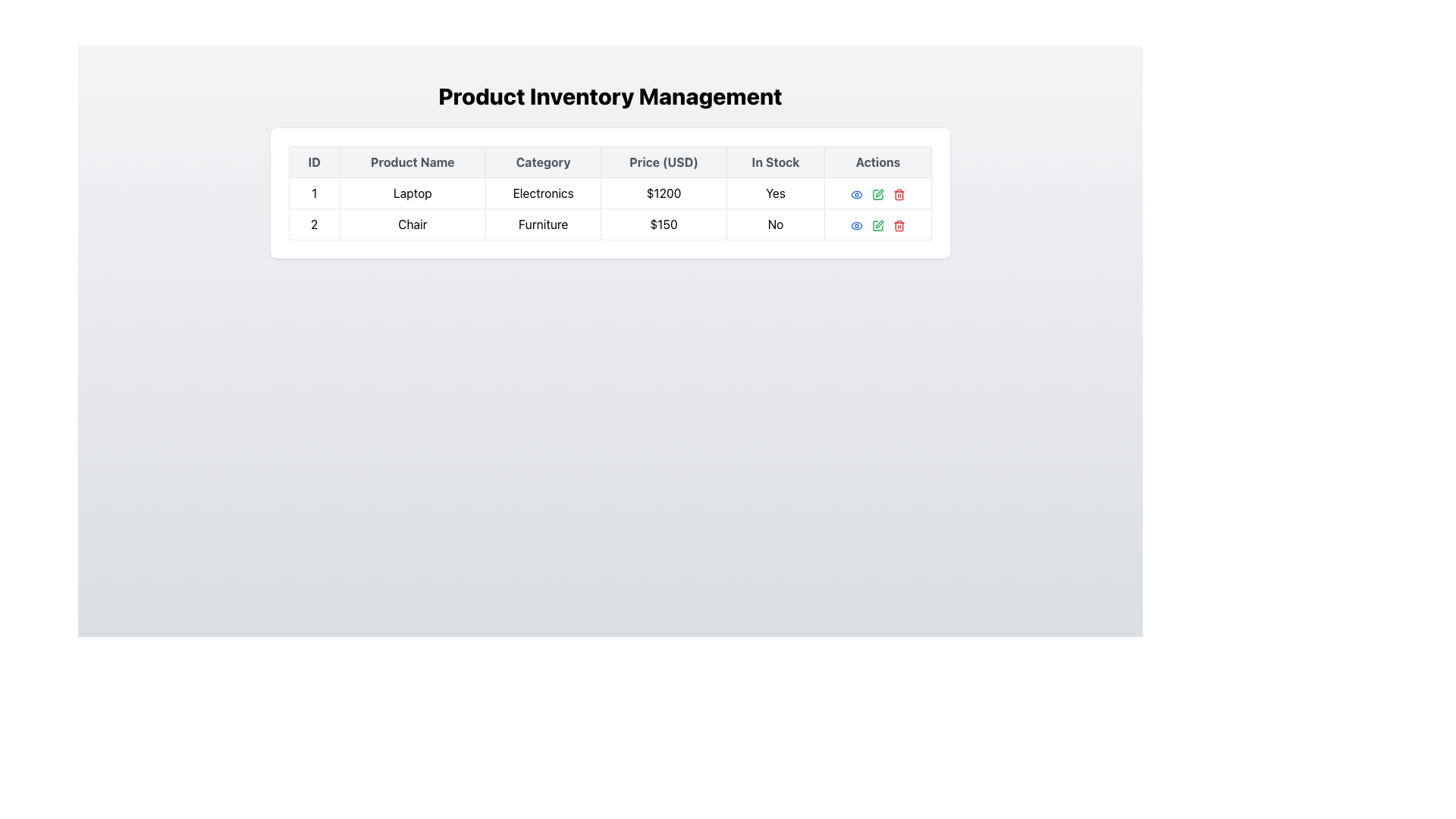  Describe the element at coordinates (610, 208) in the screenshot. I see `the first table row displaying values such as '1', 'Laptop', 'Electronics', '$1200', 'Yes'` at that location.